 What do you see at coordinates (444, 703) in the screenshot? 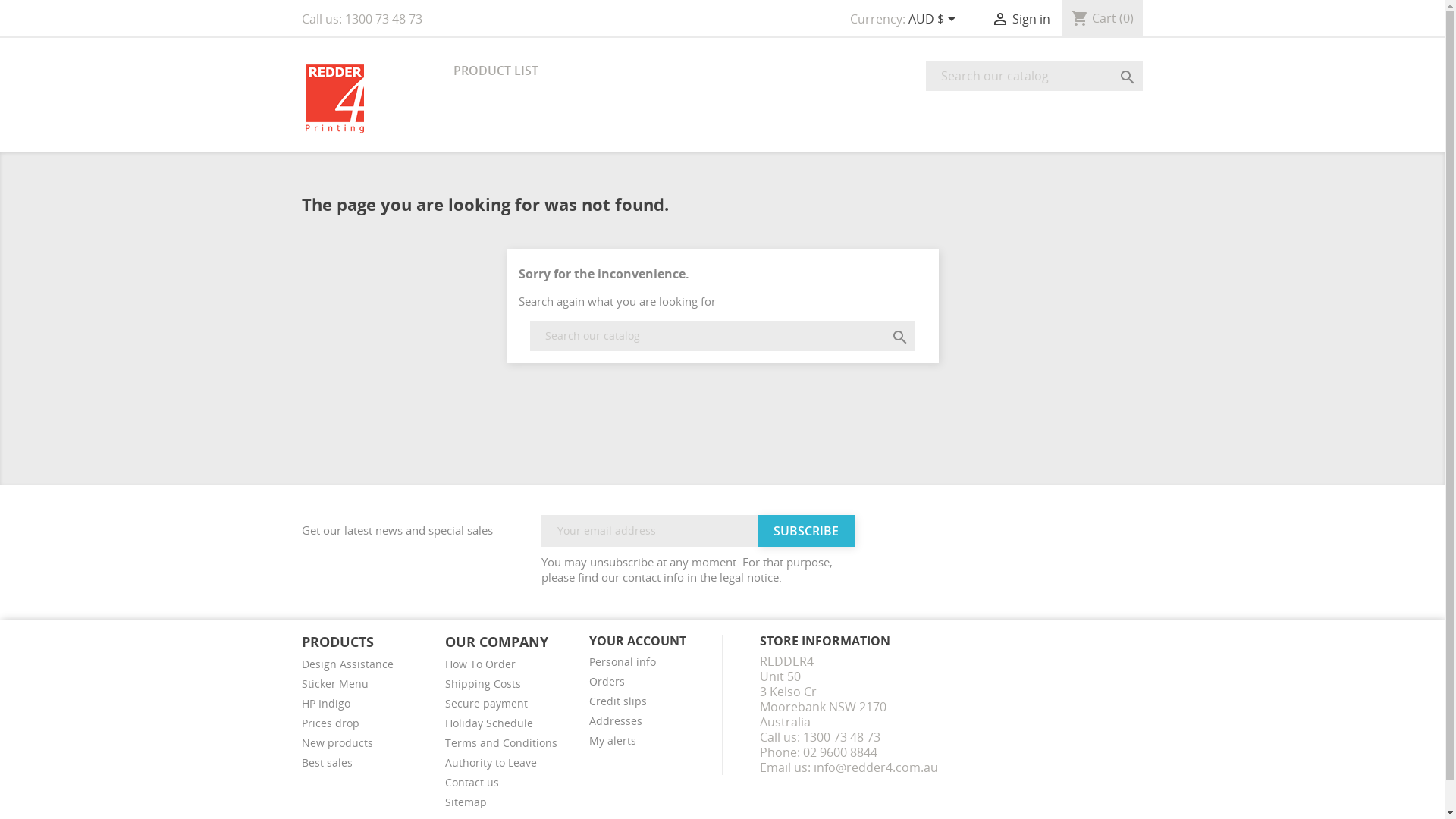
I see `'Secure payment'` at bounding box center [444, 703].